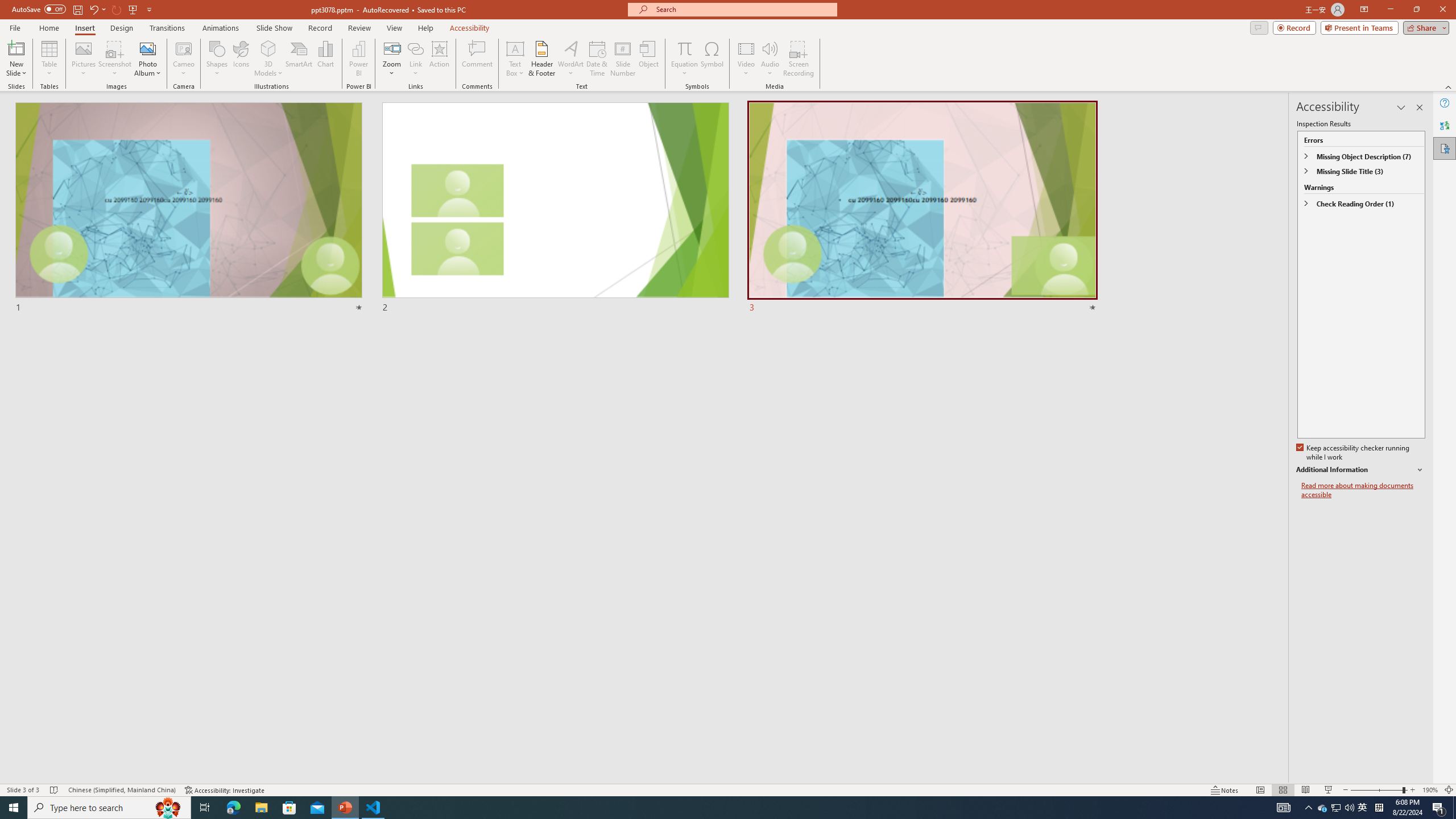  What do you see at coordinates (183, 59) in the screenshot?
I see `'Cameo'` at bounding box center [183, 59].